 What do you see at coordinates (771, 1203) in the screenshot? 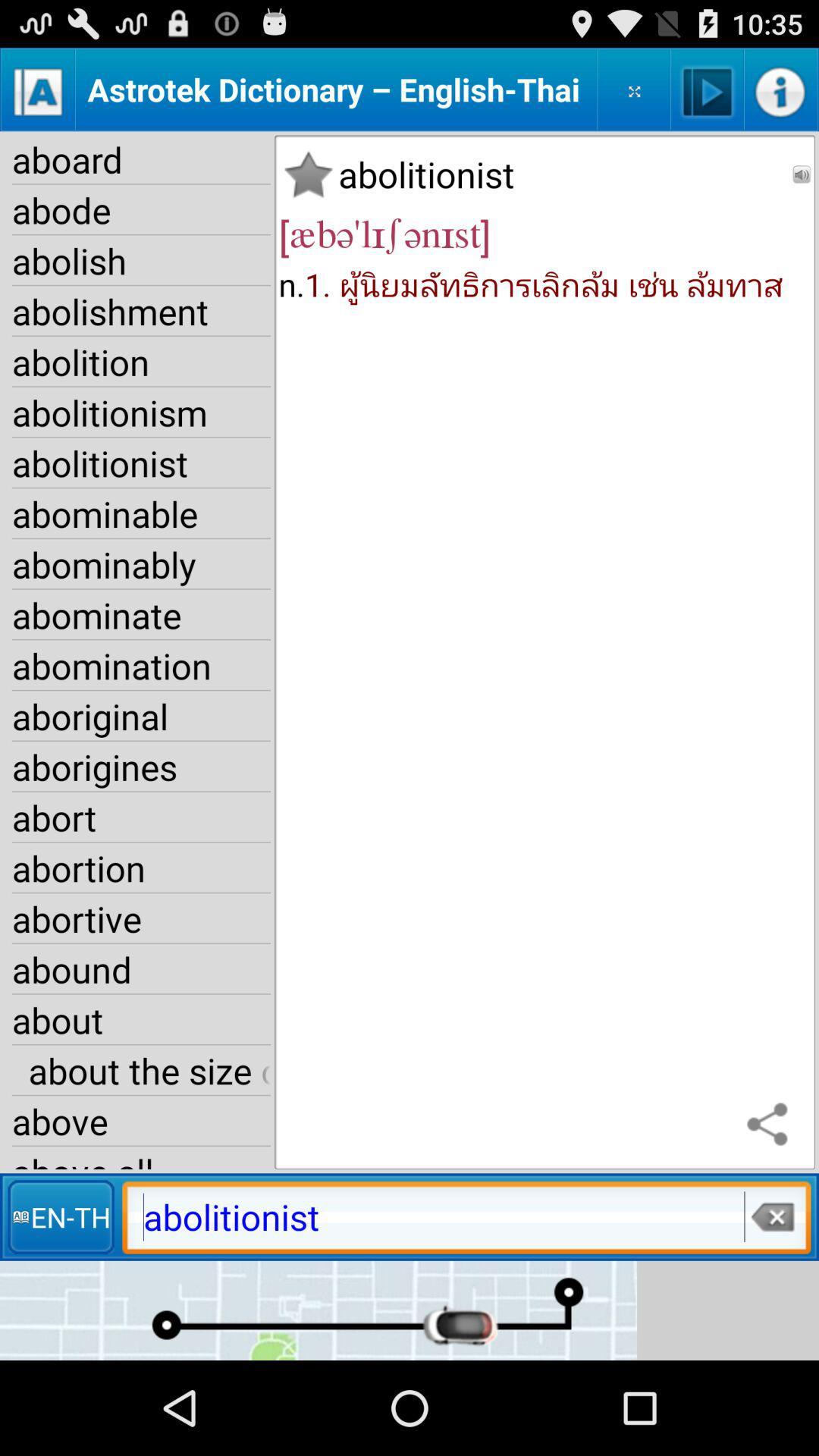
I see `the share icon` at bounding box center [771, 1203].